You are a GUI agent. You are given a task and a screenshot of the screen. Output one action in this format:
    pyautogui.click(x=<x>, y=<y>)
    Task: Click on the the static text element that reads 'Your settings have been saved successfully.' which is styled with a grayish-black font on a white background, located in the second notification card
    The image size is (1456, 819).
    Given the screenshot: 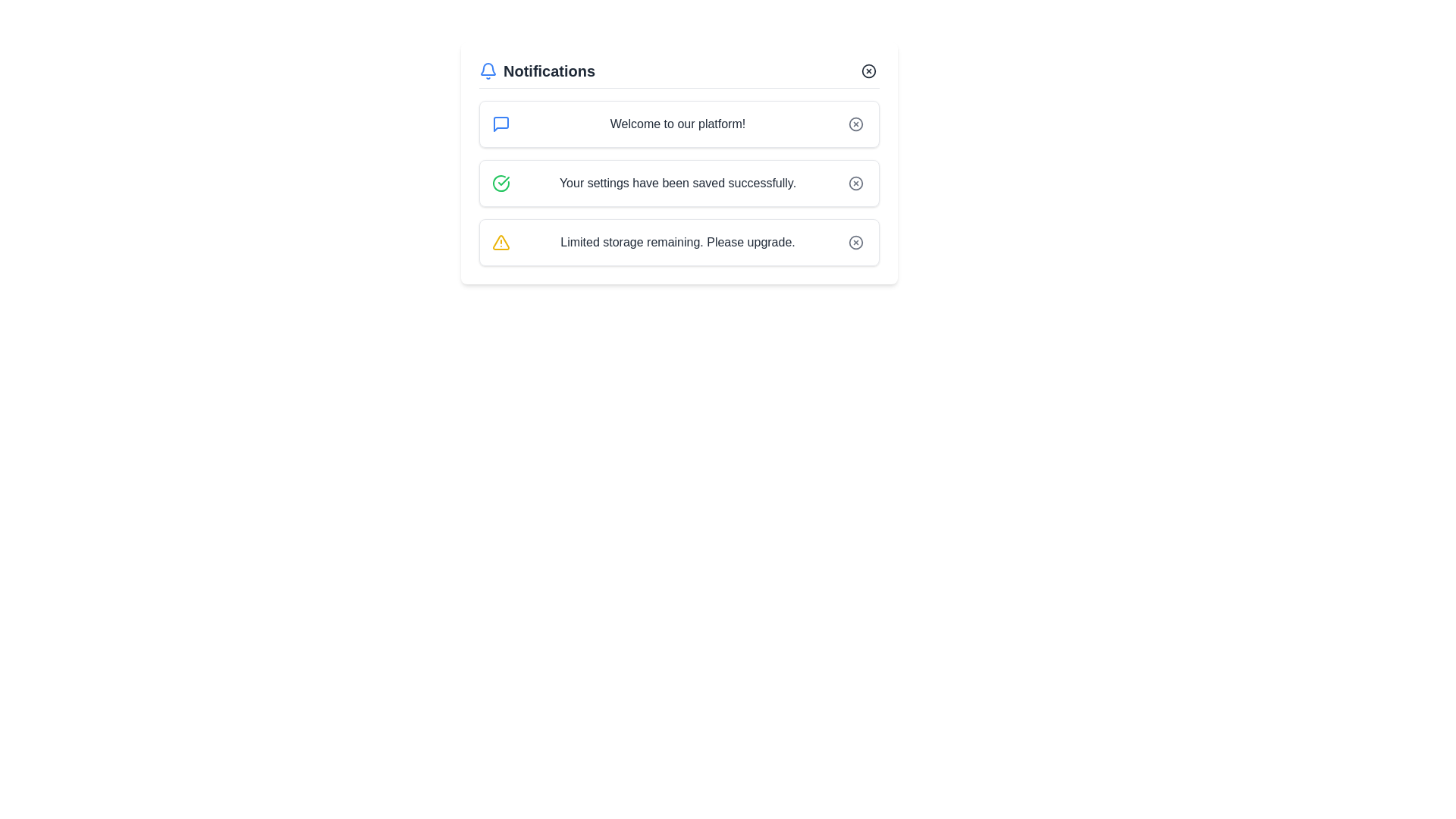 What is the action you would take?
    pyautogui.click(x=676, y=183)
    